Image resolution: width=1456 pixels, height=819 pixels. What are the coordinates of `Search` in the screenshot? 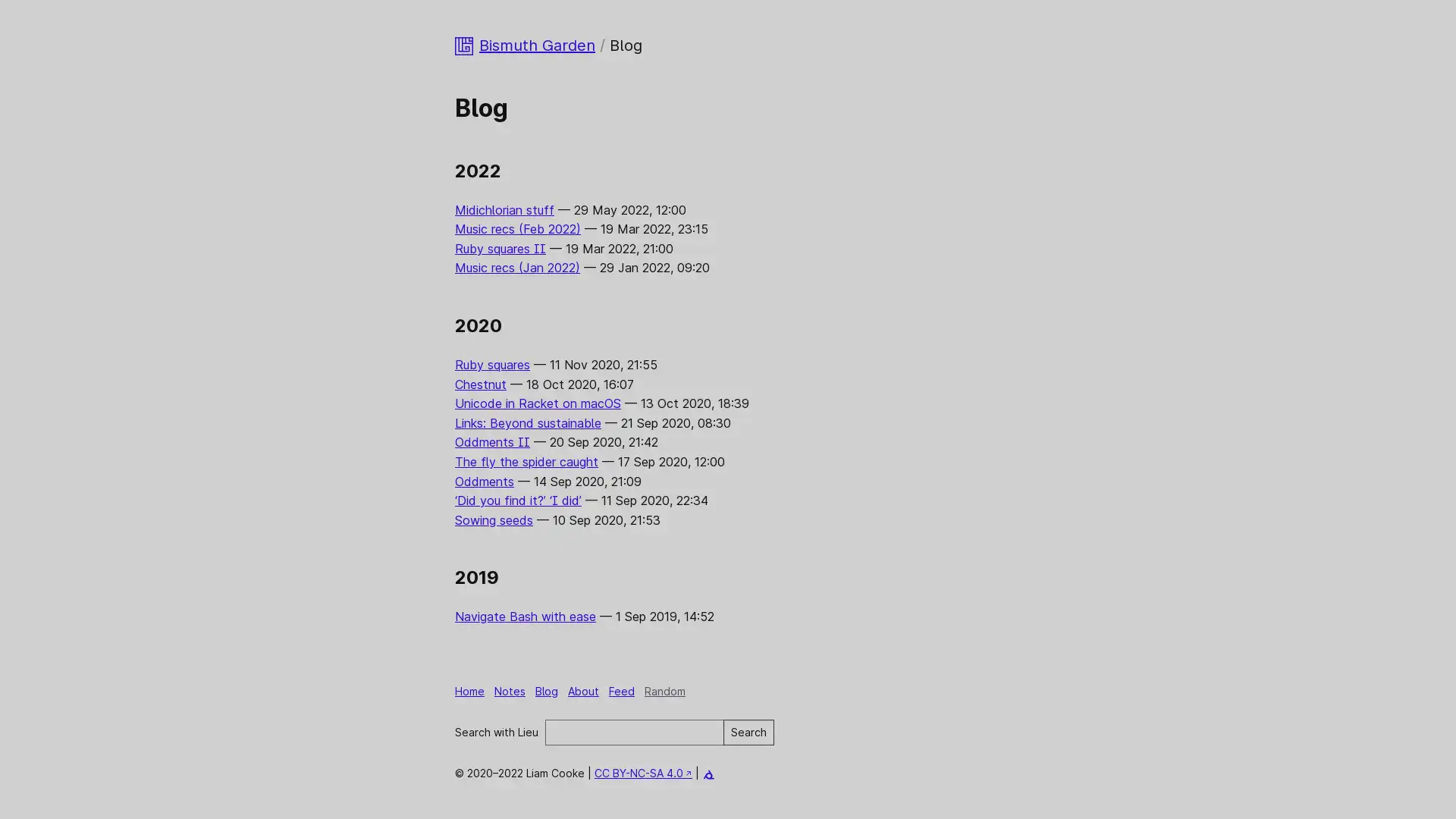 It's located at (748, 731).